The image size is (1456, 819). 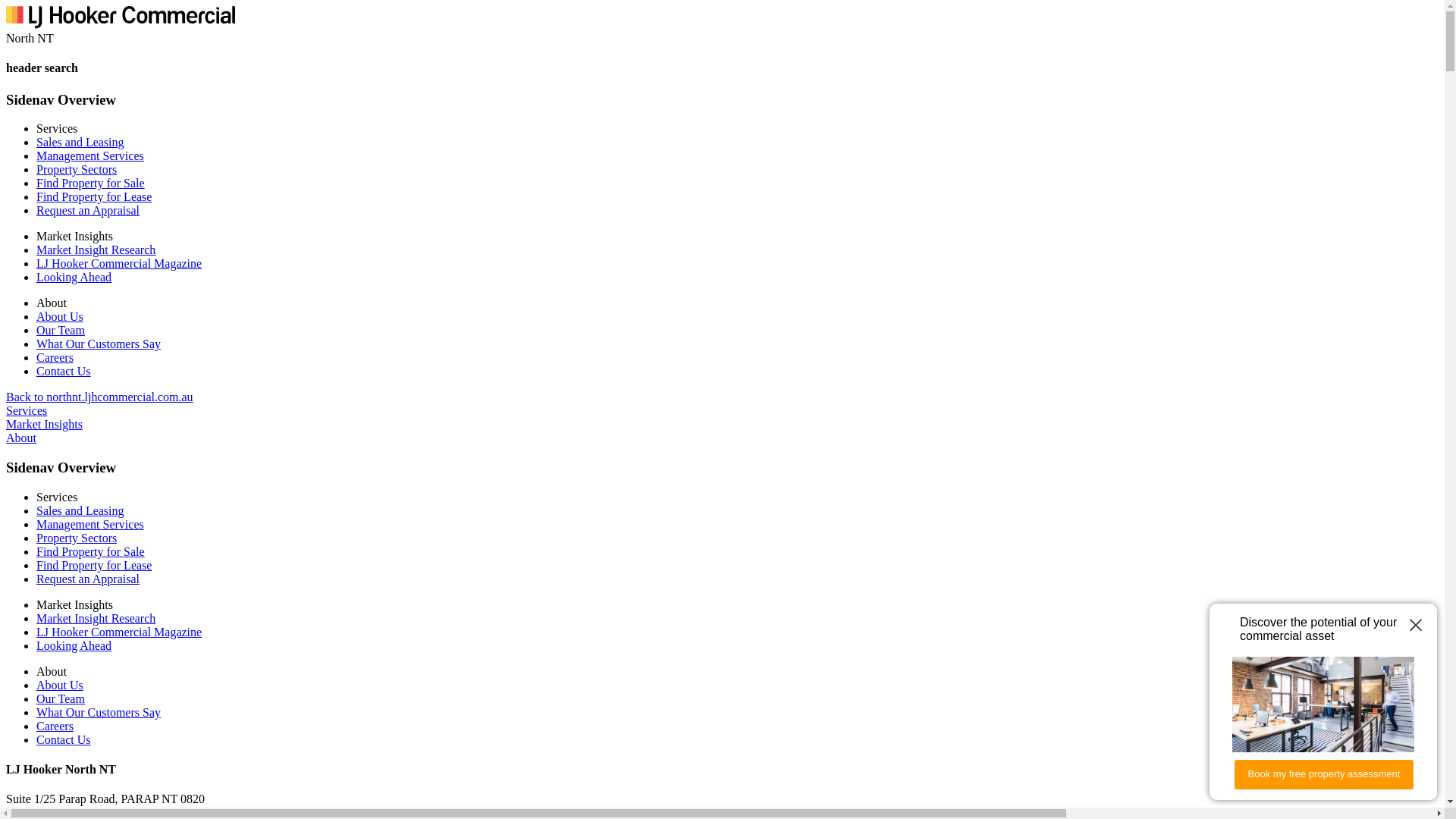 What do you see at coordinates (36, 537) in the screenshot?
I see `'Property Sectors'` at bounding box center [36, 537].